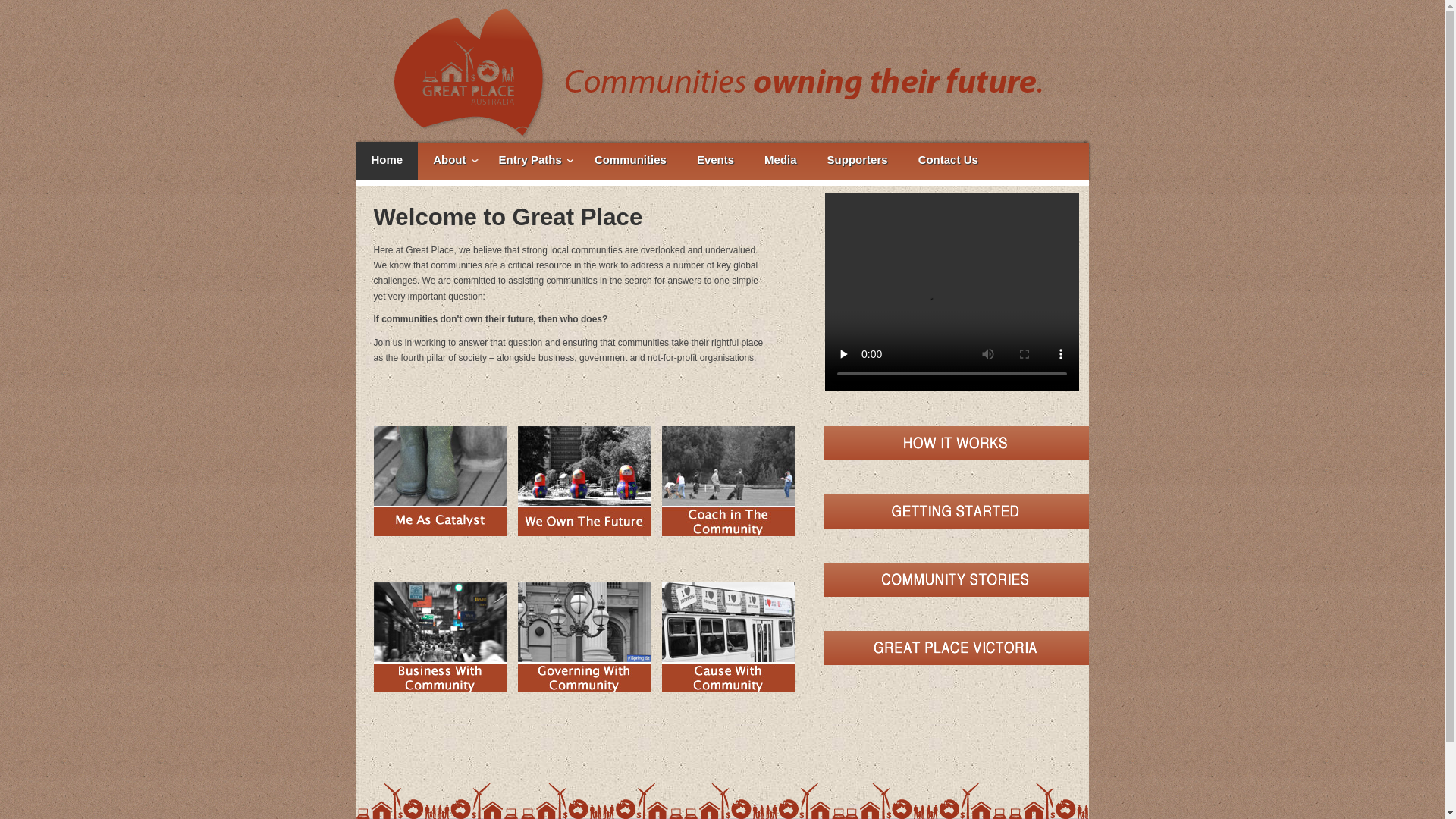 The image size is (1456, 819). I want to click on 'Communities', so click(630, 161).